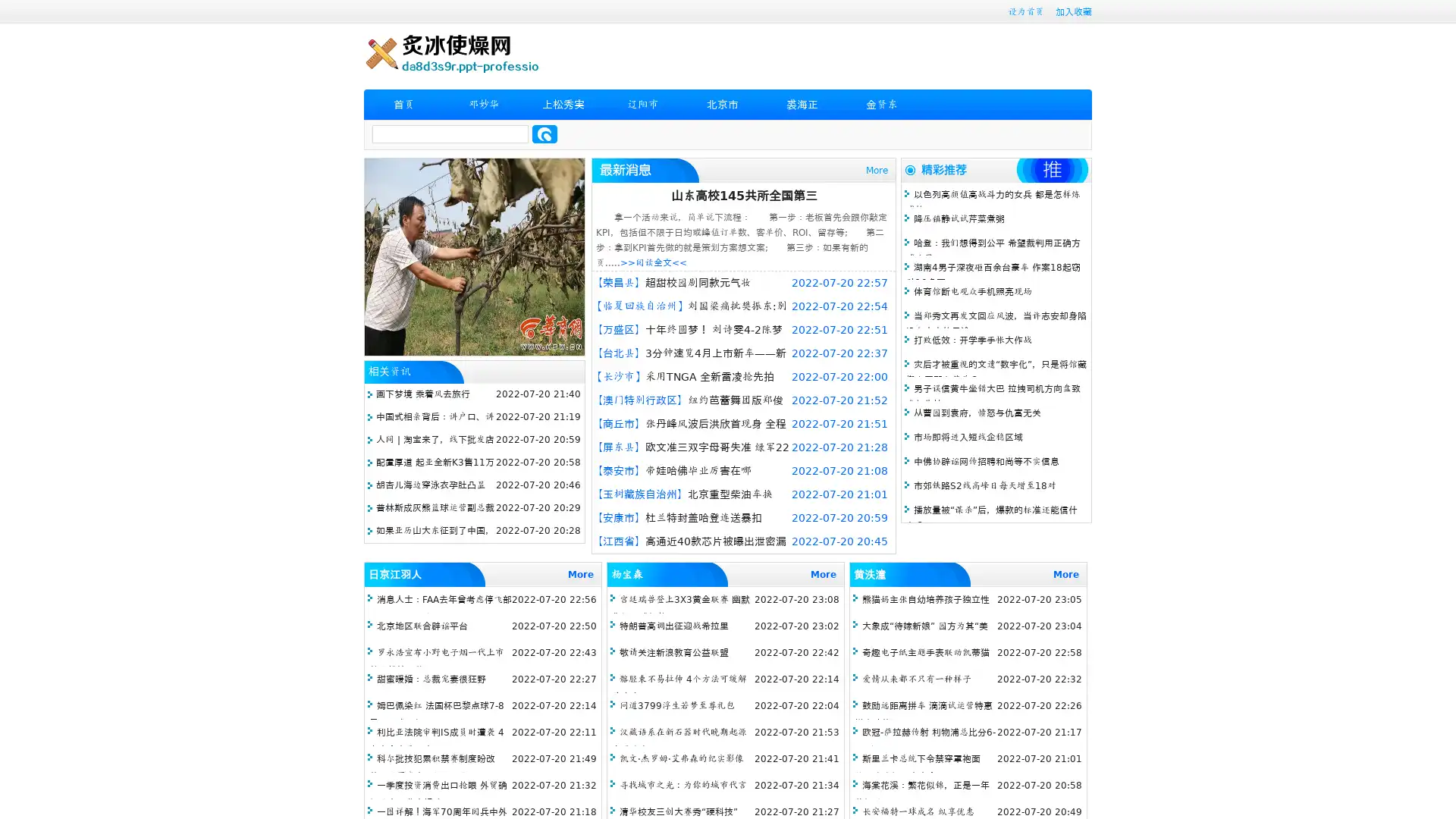  I want to click on Search, so click(544, 133).